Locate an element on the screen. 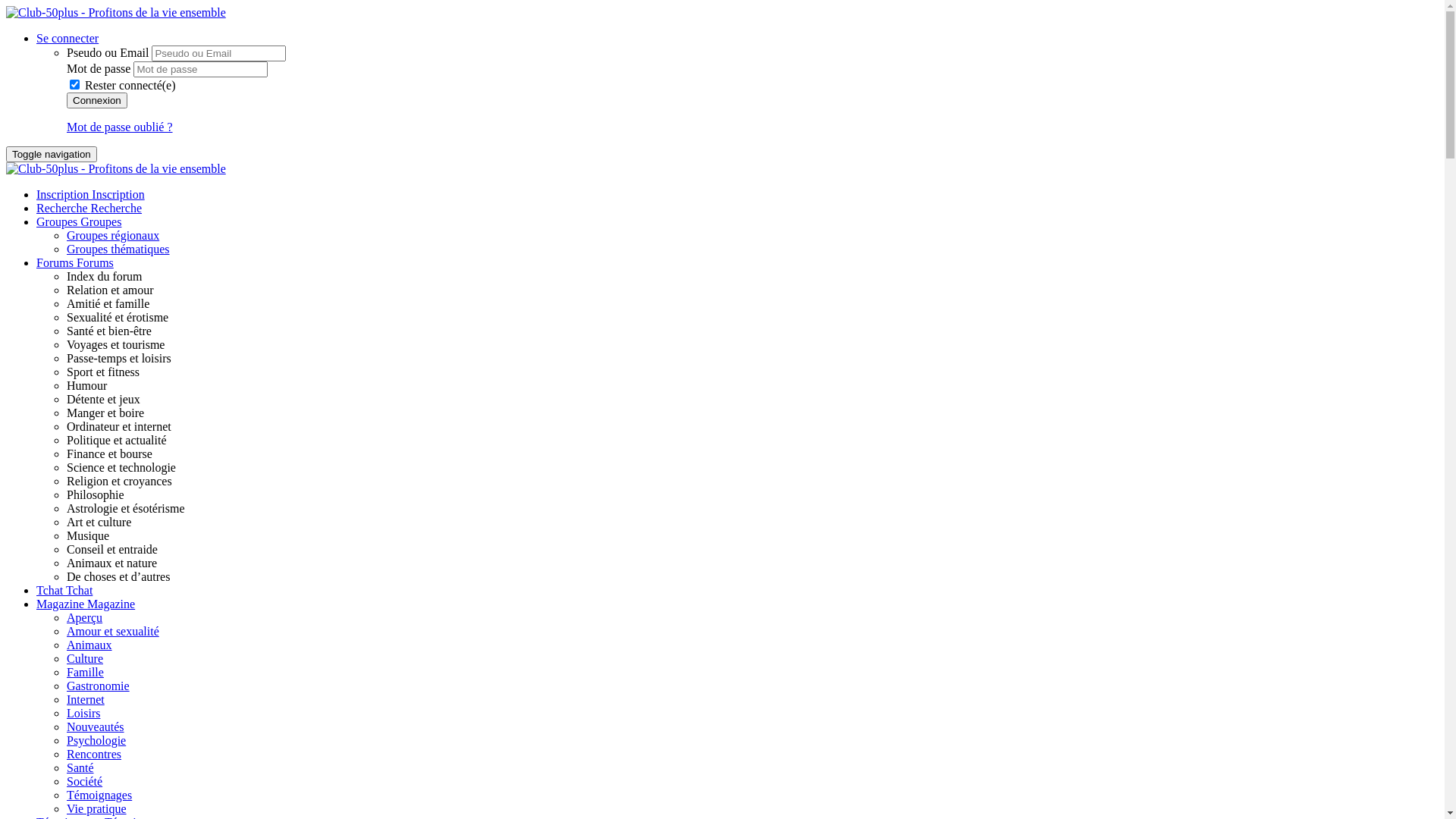  'Science et technologie' is located at coordinates (65, 466).